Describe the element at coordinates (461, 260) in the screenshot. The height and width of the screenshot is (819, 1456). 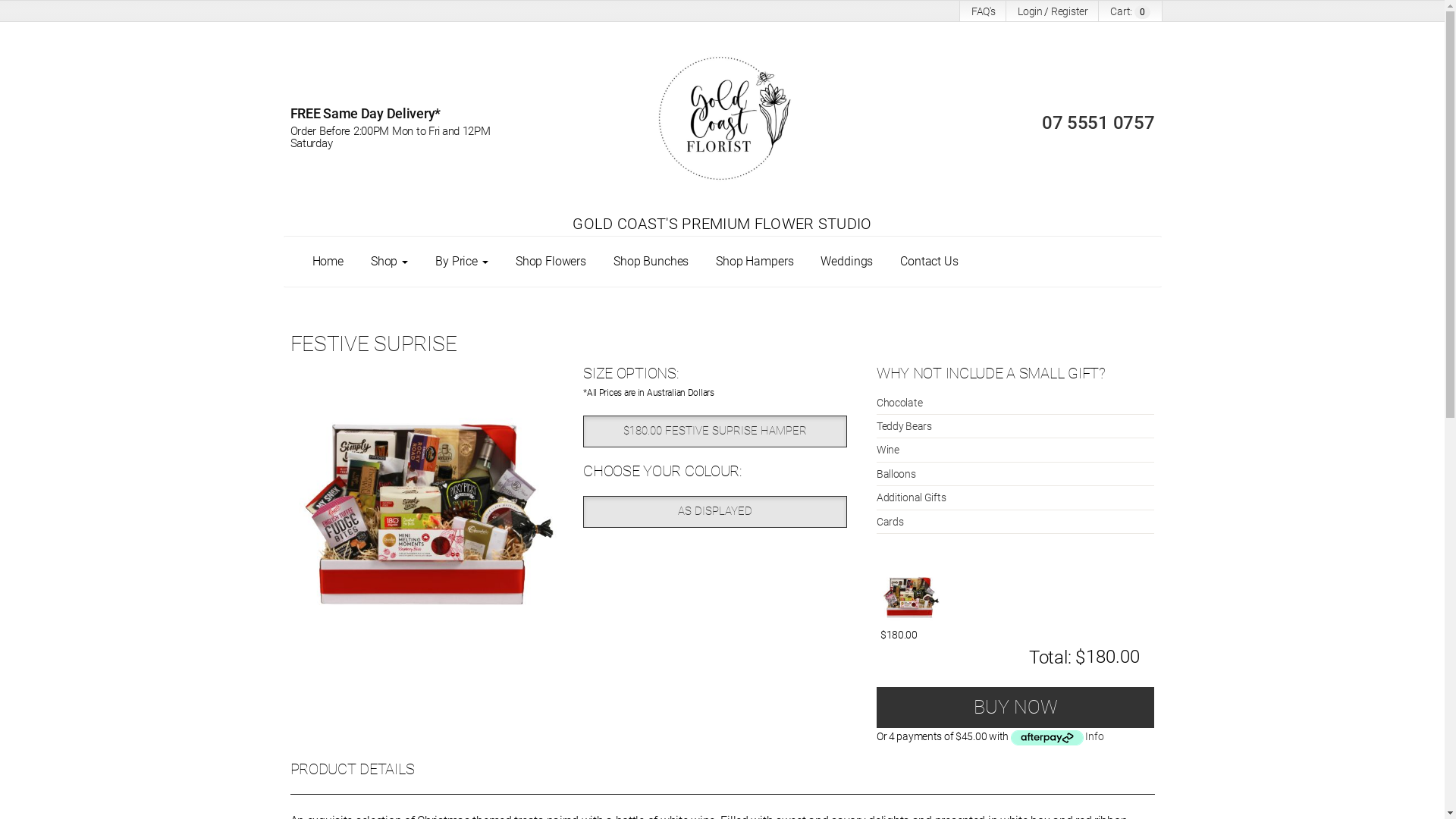
I see `'By Price'` at that location.